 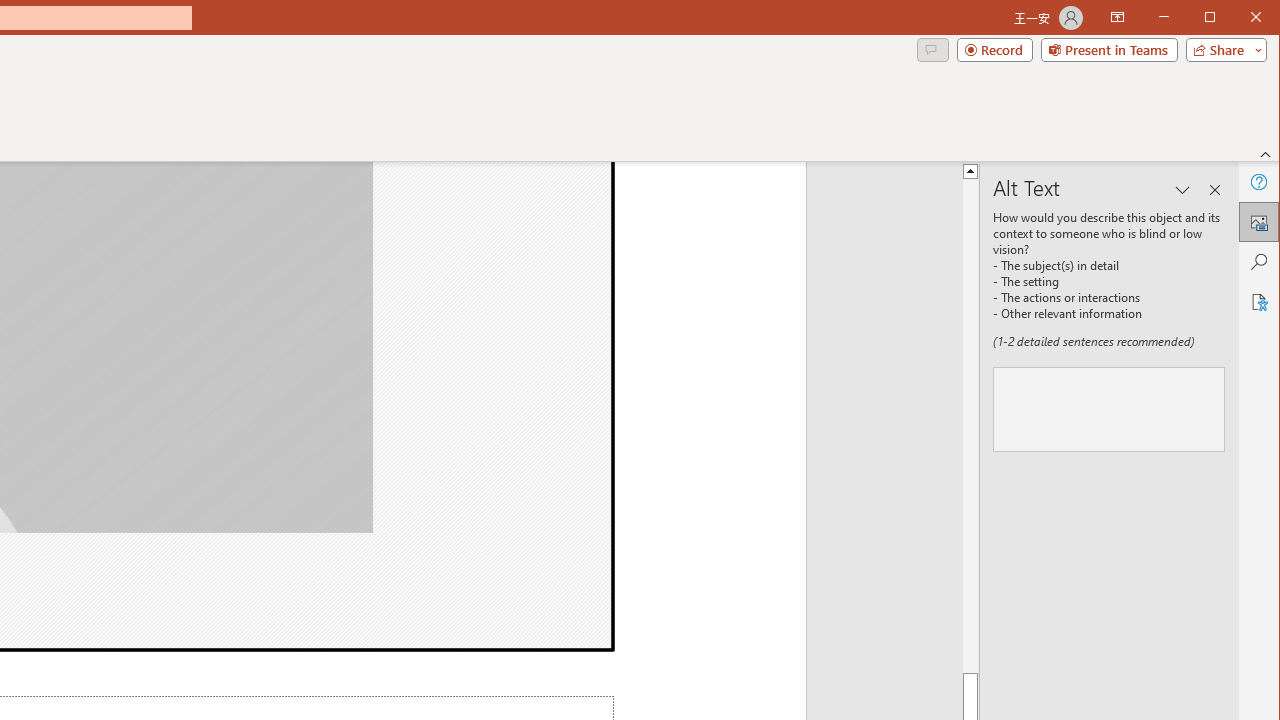 What do you see at coordinates (1108, 408) in the screenshot?
I see `'Description'` at bounding box center [1108, 408].